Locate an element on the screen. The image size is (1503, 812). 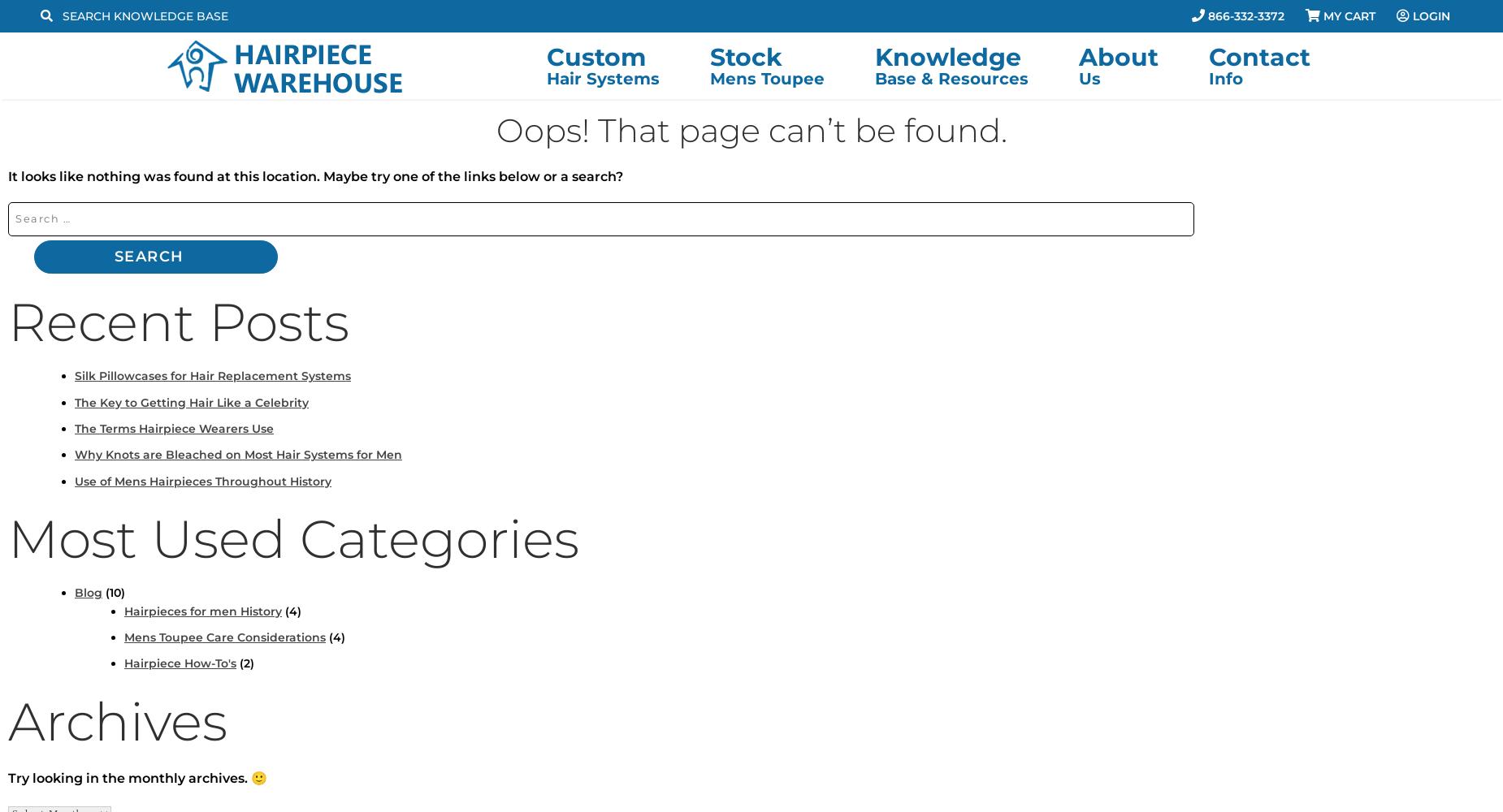
'(2)' is located at coordinates (244, 663).